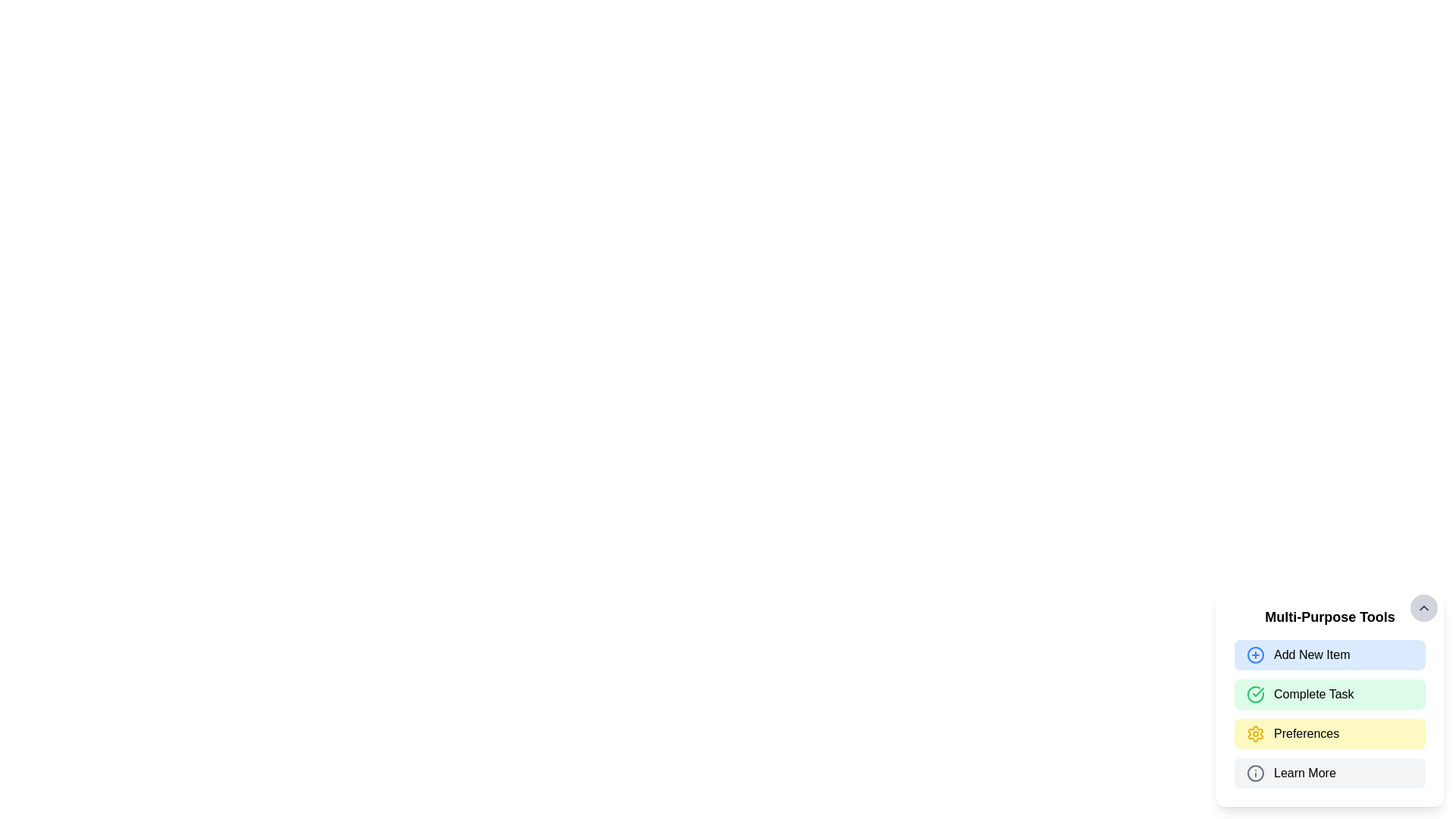 Image resolution: width=1456 pixels, height=819 pixels. Describe the element at coordinates (1256, 773) in the screenshot. I see `the surrounding button associated with the outer circular shape of the information icon located next` at that location.